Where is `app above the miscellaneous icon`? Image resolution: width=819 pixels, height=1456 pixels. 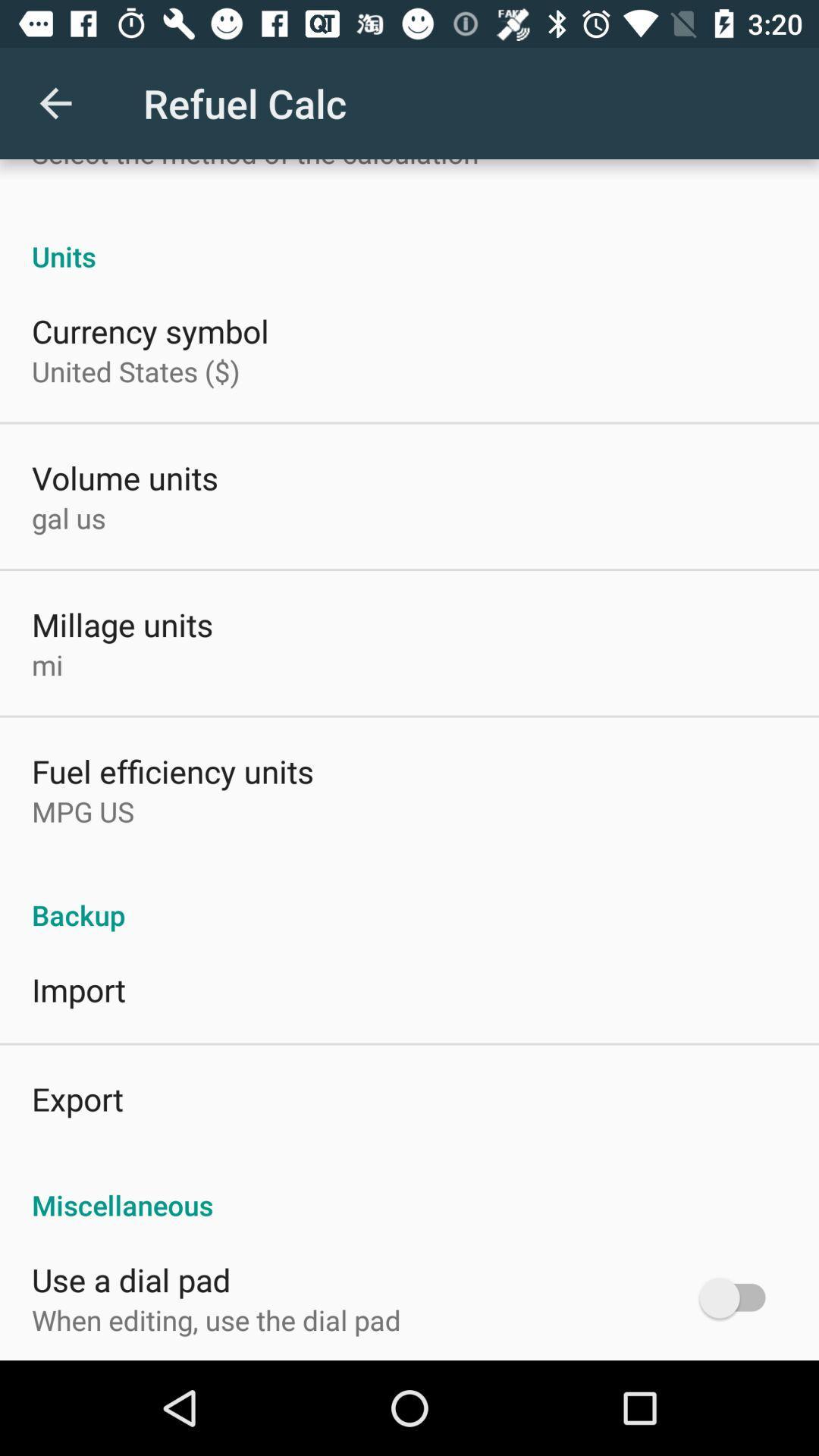
app above the miscellaneous icon is located at coordinates (77, 1099).